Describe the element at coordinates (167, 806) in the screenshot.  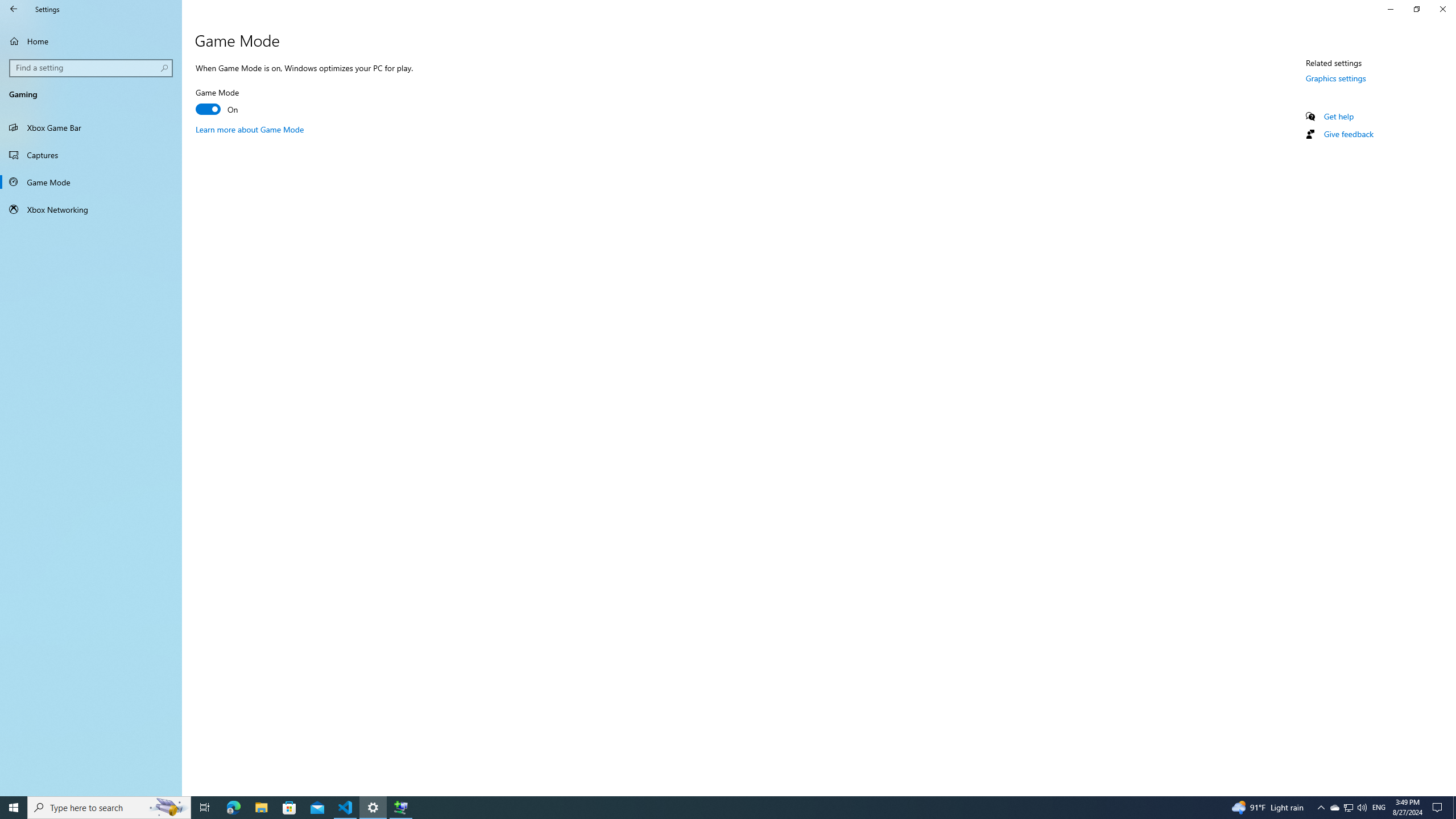
I see `'Search highlights icon opens search home window'` at that location.